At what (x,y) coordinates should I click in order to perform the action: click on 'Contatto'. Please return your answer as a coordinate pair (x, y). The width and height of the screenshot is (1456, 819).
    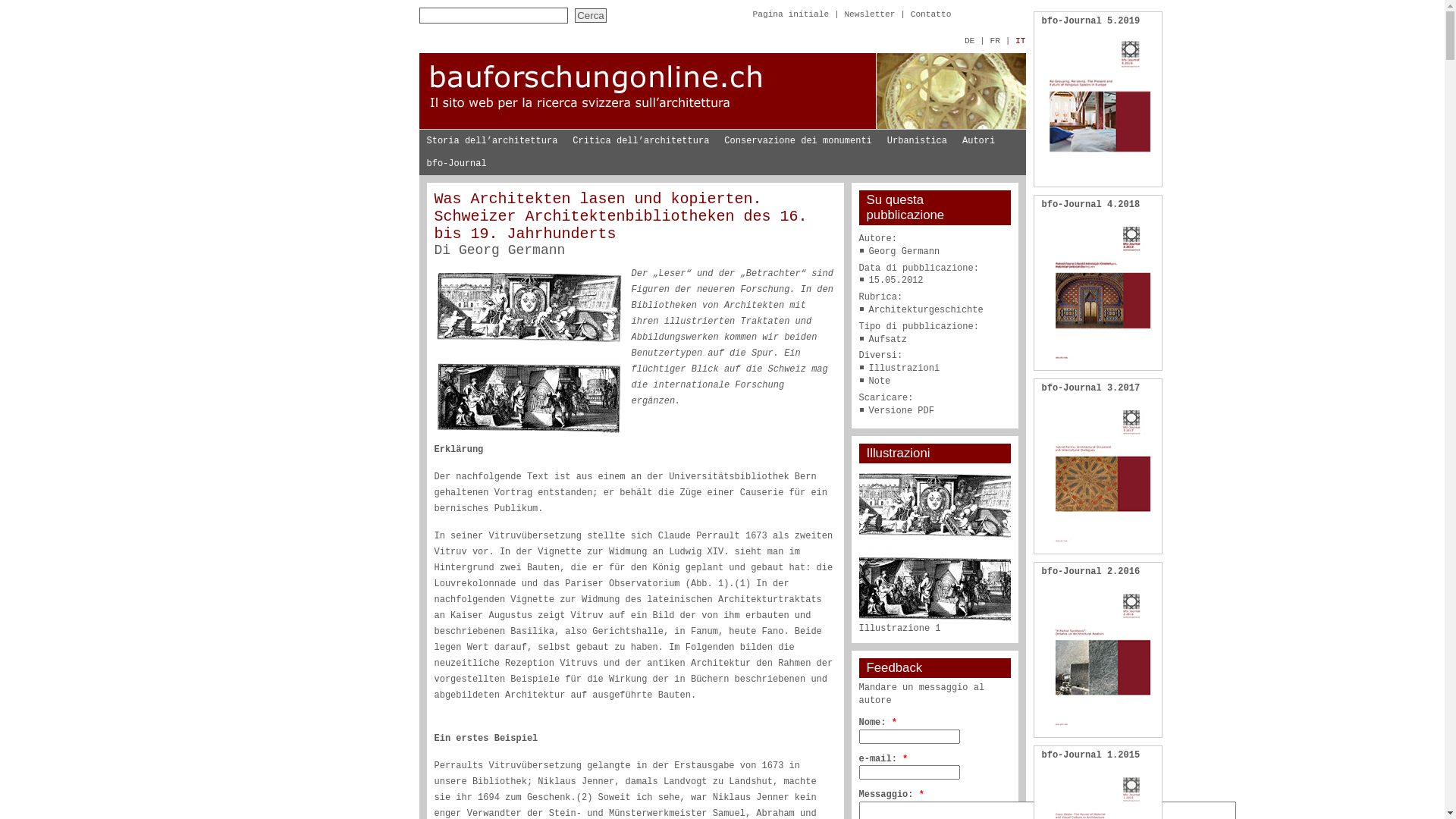
    Looking at the image, I should click on (910, 14).